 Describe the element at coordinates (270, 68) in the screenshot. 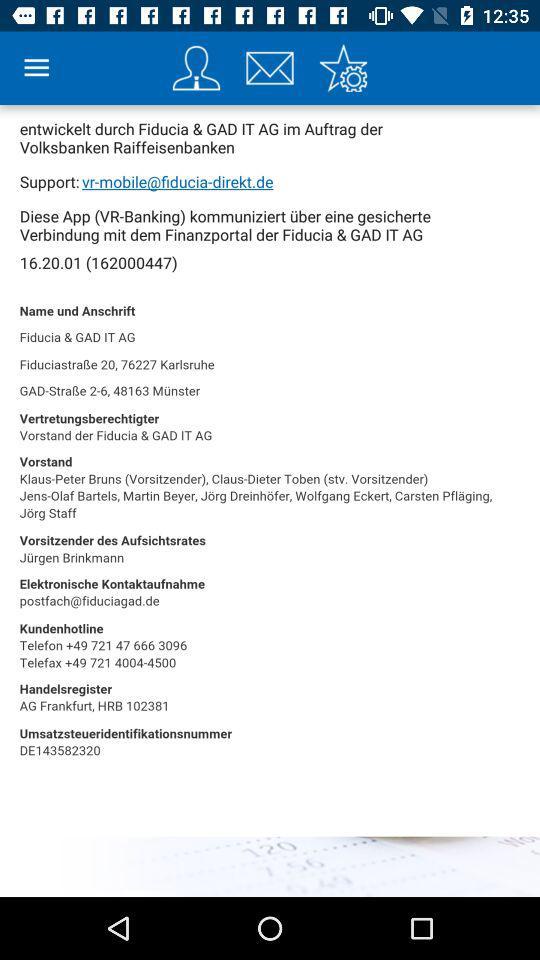

I see `message` at that location.